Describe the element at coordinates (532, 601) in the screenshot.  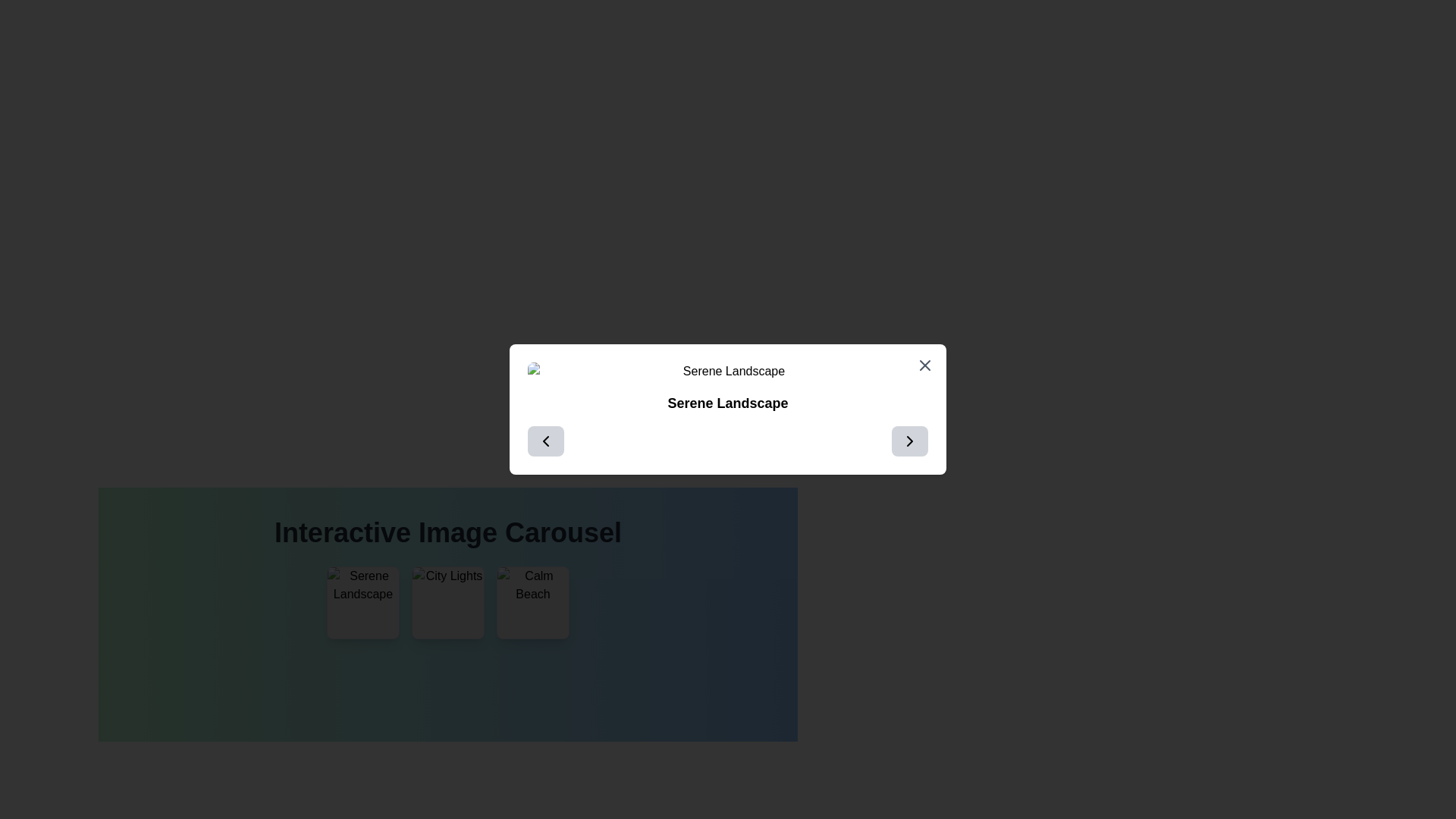
I see `the image with the alternative text 'Calm Beach'` at that location.